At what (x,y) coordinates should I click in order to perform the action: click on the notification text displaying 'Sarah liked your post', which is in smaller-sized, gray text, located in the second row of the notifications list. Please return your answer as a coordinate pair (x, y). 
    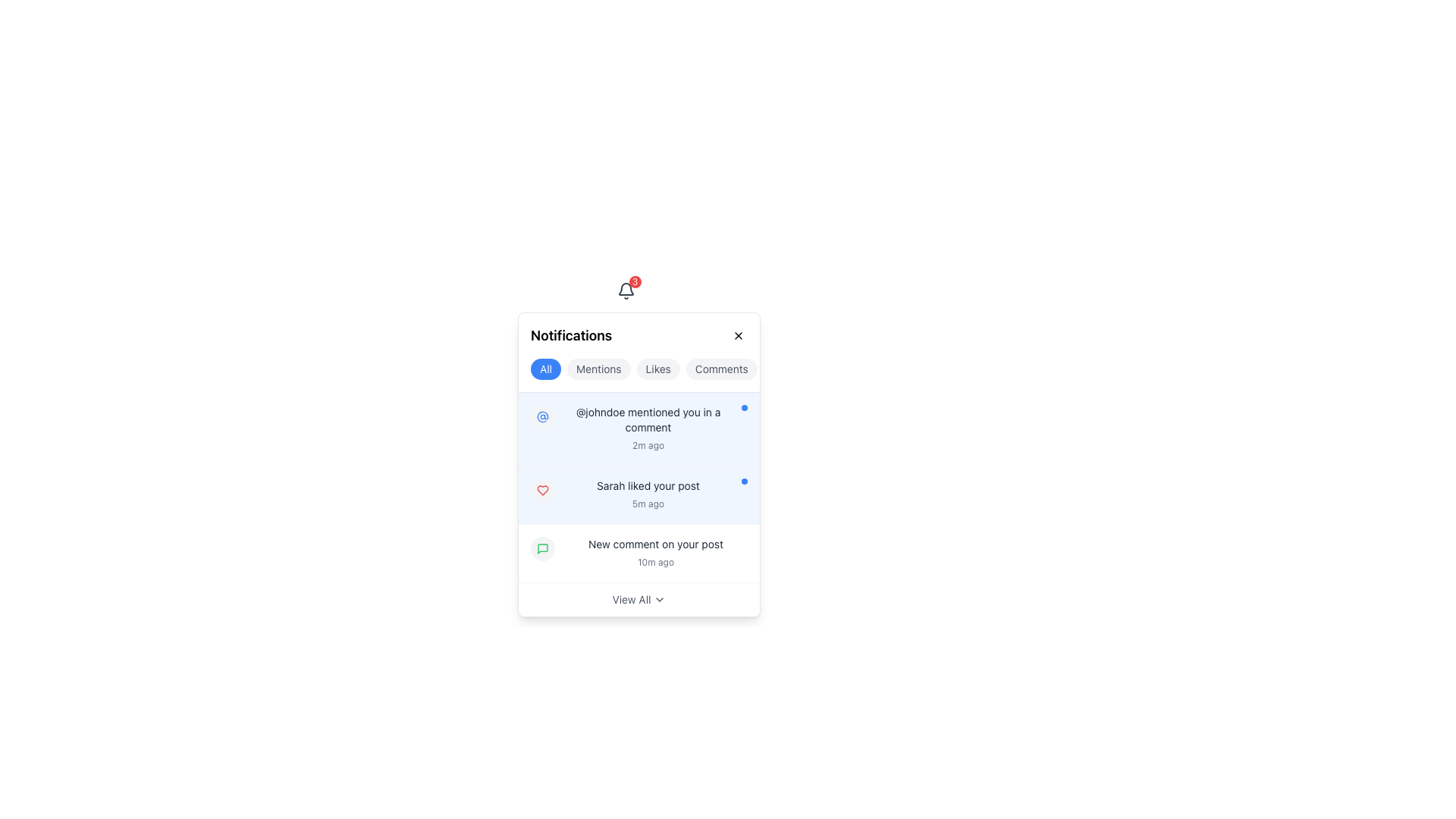
    Looking at the image, I should click on (648, 485).